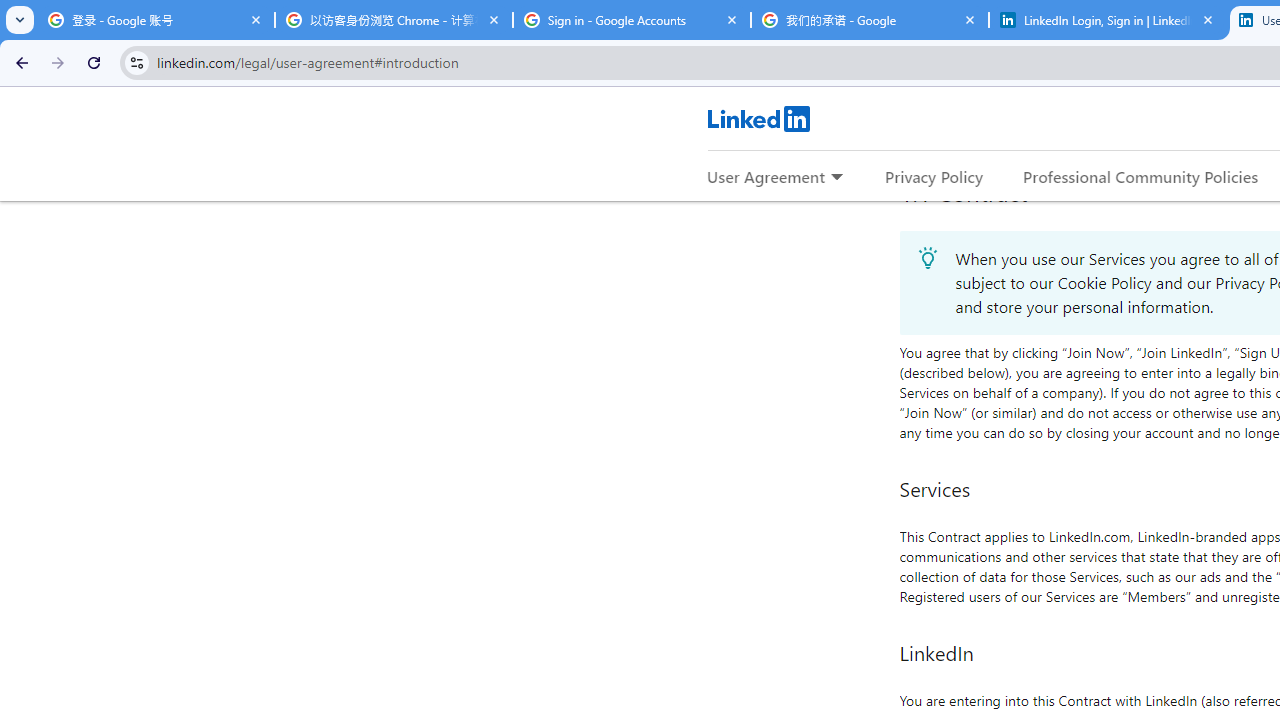  What do you see at coordinates (836, 177) in the screenshot?
I see `'Expand to show more links for User Agreement'` at bounding box center [836, 177].